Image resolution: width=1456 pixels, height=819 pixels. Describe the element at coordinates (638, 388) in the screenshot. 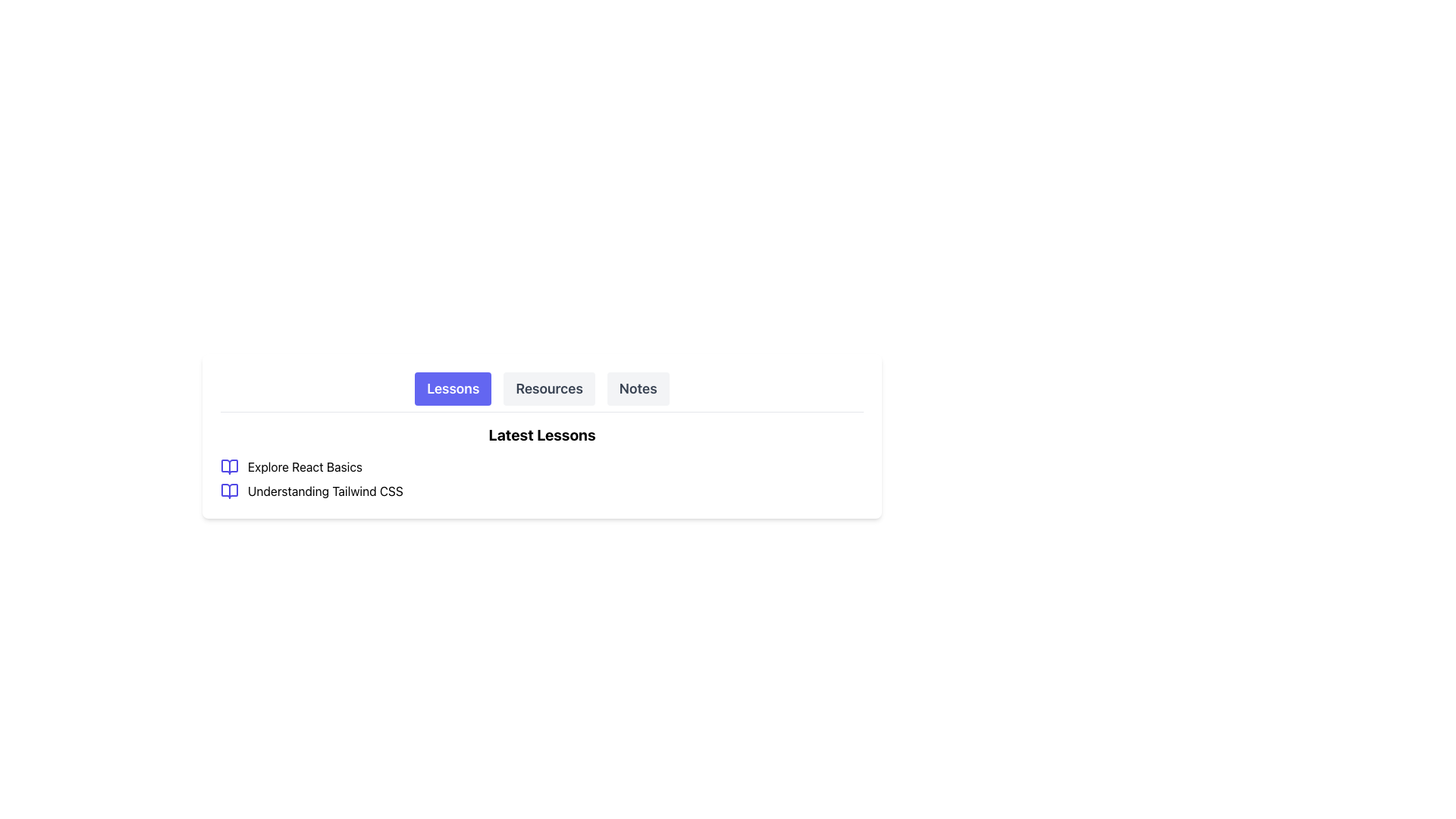

I see `the 'Notes' tab, which is the third tab in a horizontal row of three tabs at the top of the interface, positioned to the right of the 'Resources' tab` at that location.